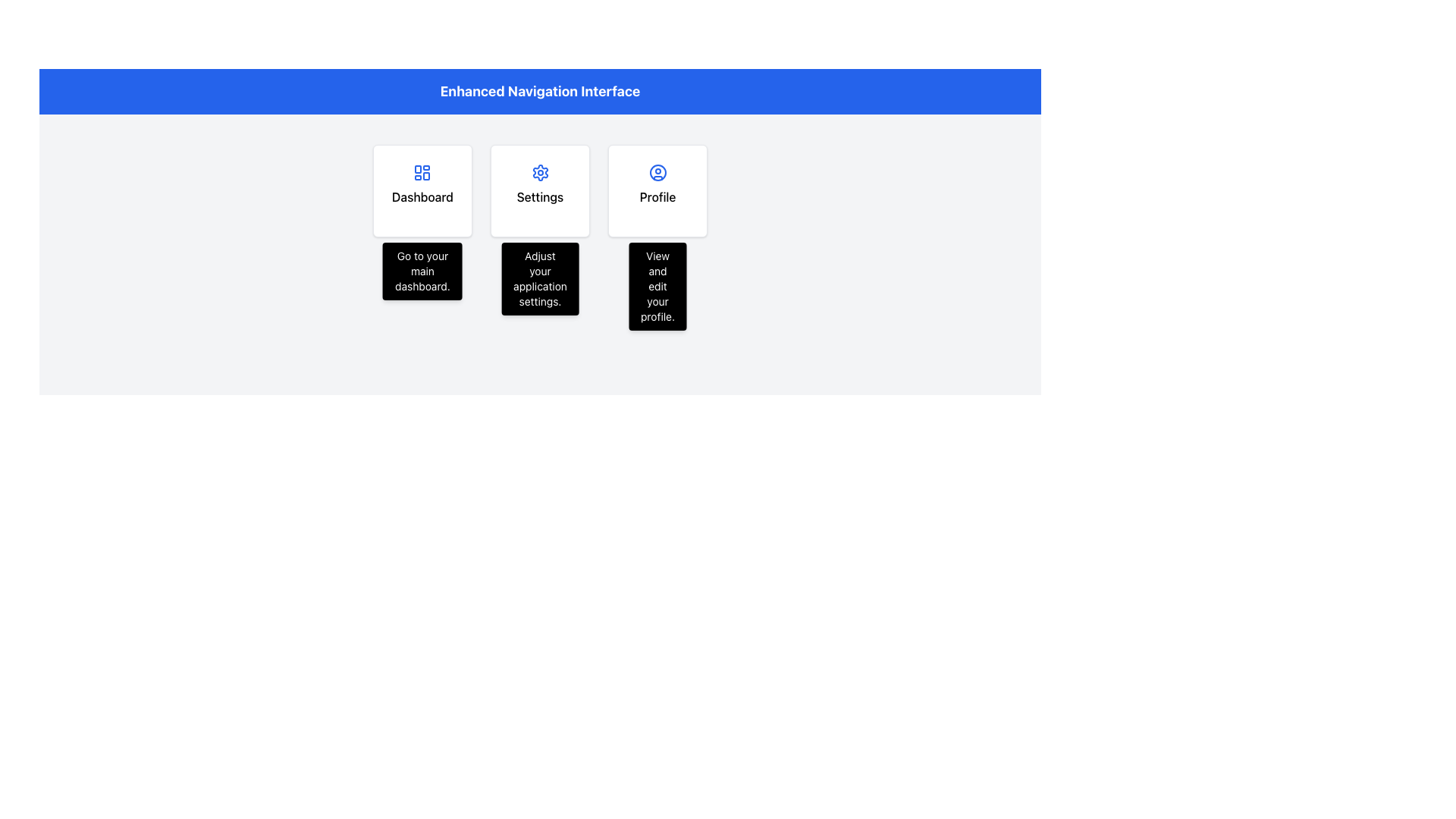 This screenshot has height=819, width=1456. What do you see at coordinates (422, 271) in the screenshot?
I see `tooltip content that provides additional descriptive information about the 'Dashboard' feature, positioned directly centered below the 'Dashboard' panel` at bounding box center [422, 271].